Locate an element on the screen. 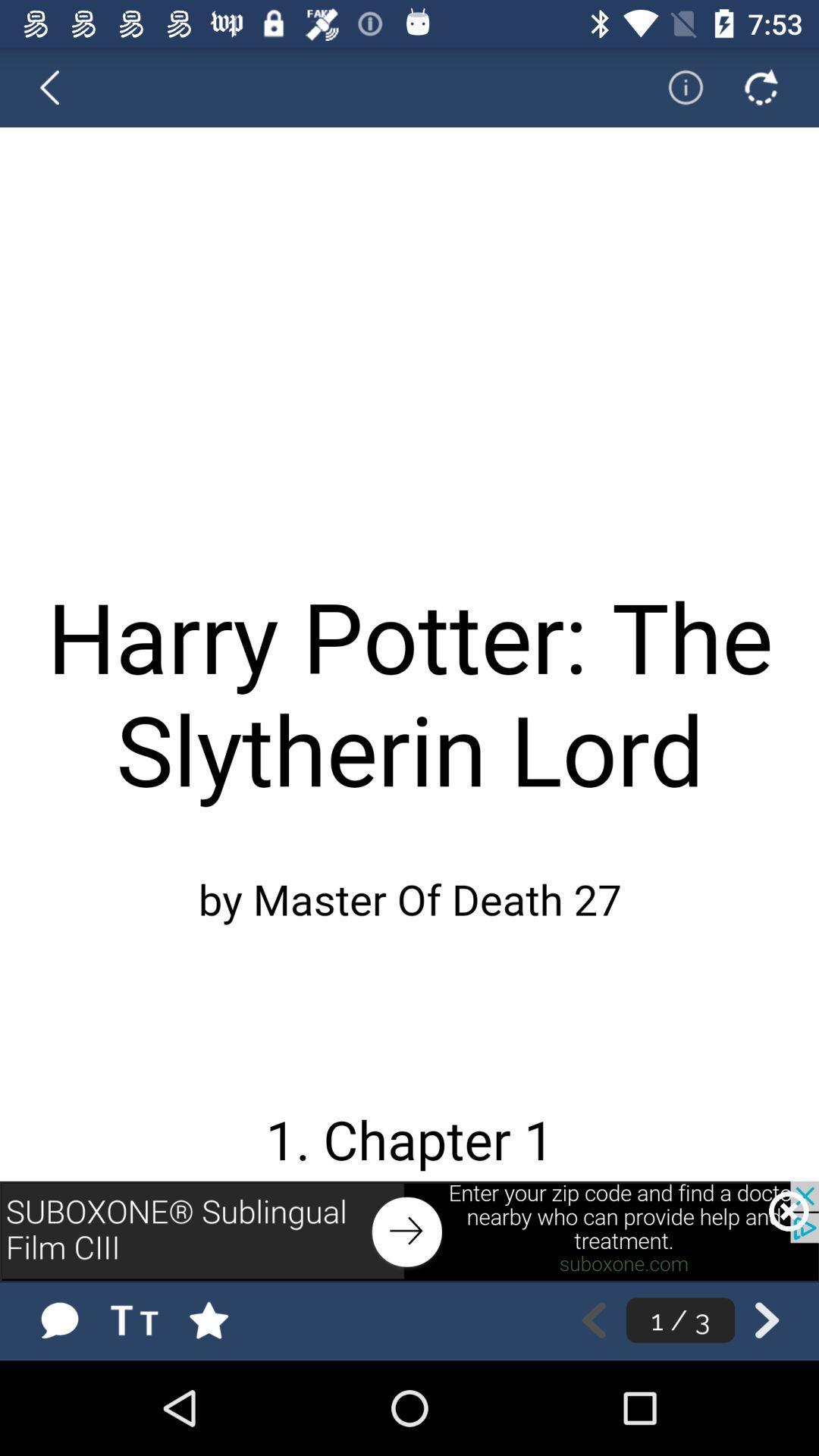 Image resolution: width=819 pixels, height=1456 pixels. the font icon is located at coordinates (139, 1319).